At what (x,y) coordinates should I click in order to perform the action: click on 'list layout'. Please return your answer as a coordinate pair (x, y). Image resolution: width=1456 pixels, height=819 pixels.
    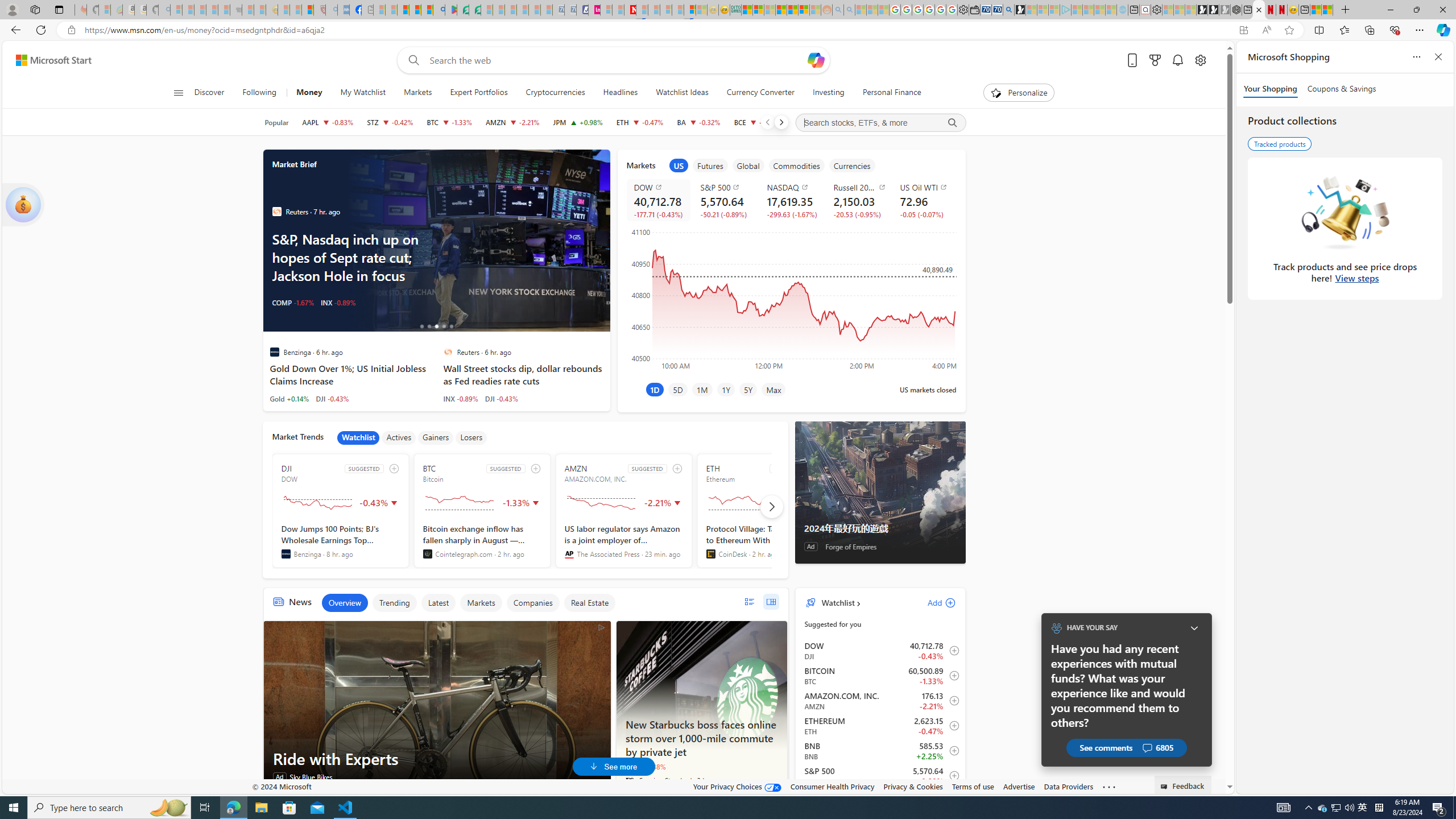
    Looking at the image, I should click on (748, 601).